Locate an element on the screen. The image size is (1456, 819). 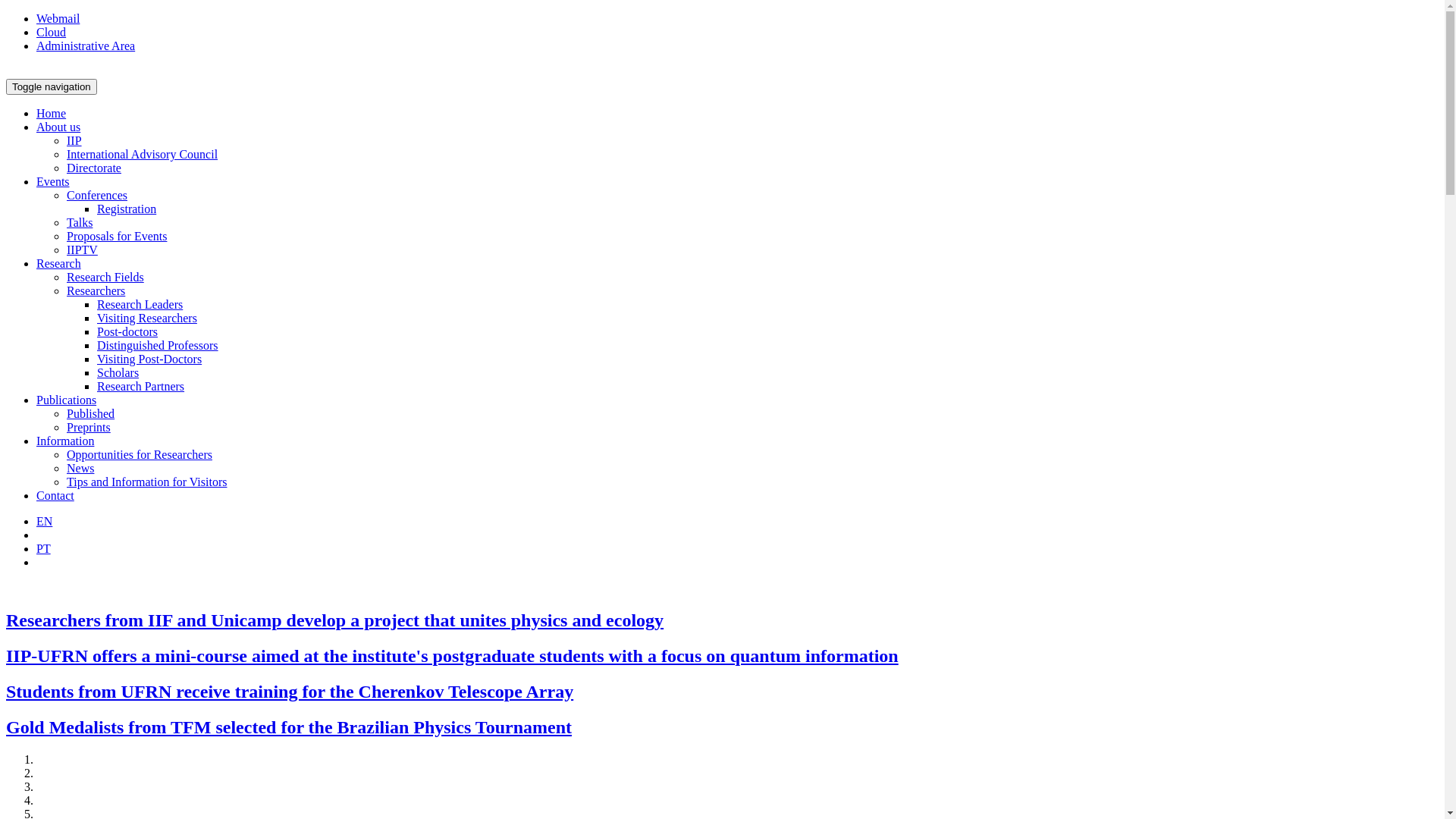
'Researchers' is located at coordinates (95, 290).